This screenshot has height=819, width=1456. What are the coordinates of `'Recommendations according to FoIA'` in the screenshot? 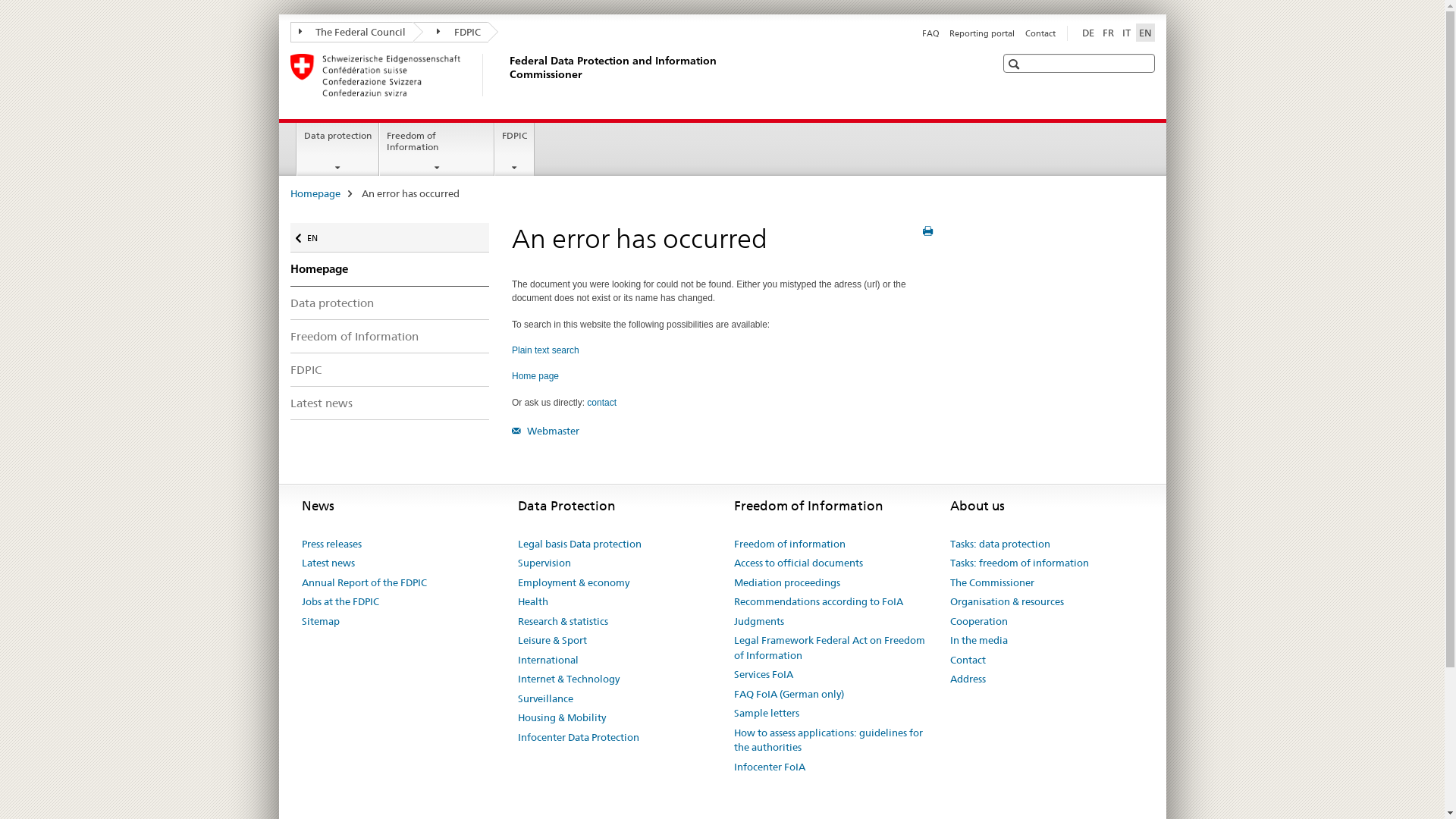 It's located at (817, 601).